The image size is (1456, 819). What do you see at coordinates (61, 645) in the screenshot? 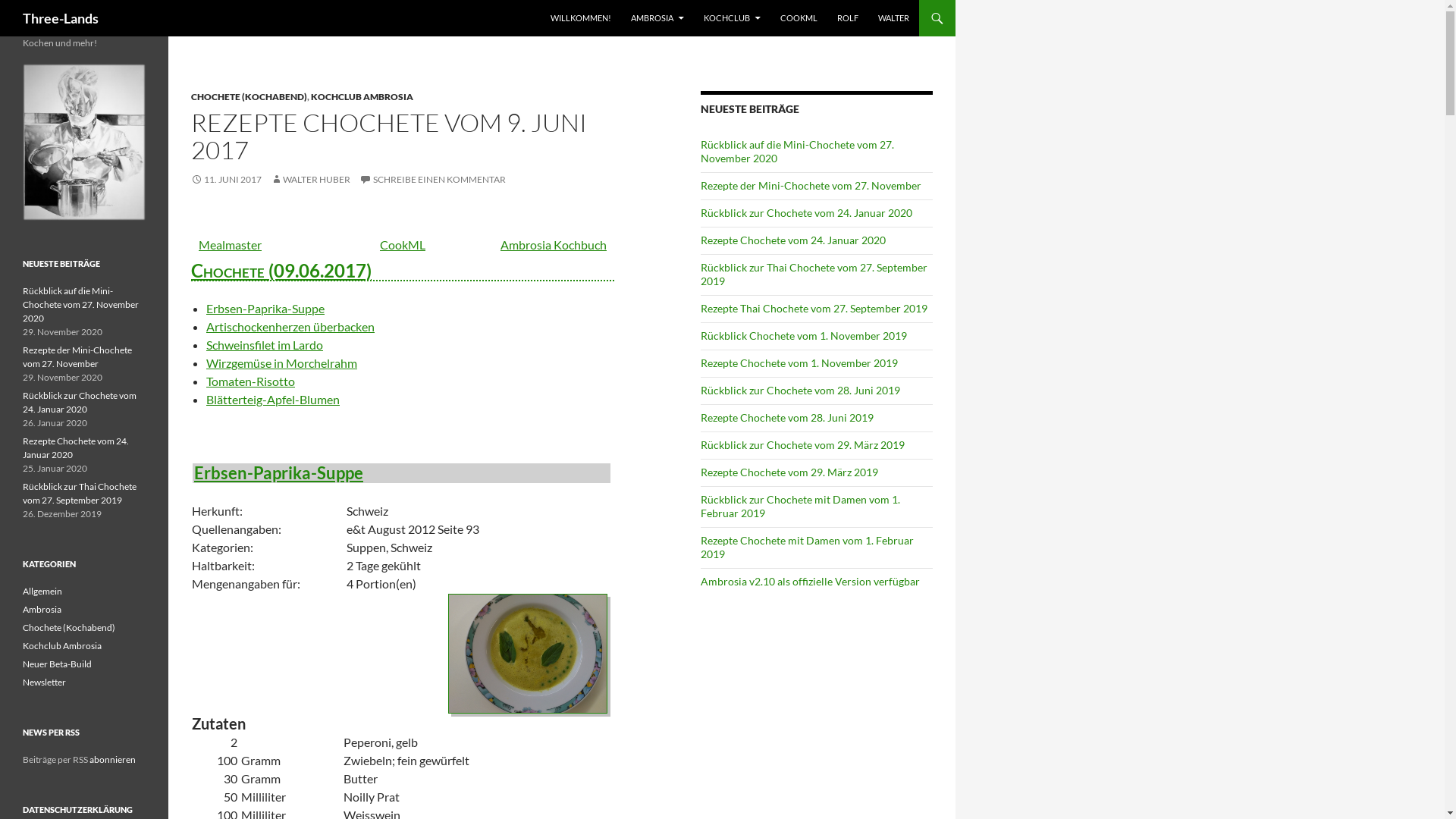
I see `'Kochclub Ambrosia'` at bounding box center [61, 645].